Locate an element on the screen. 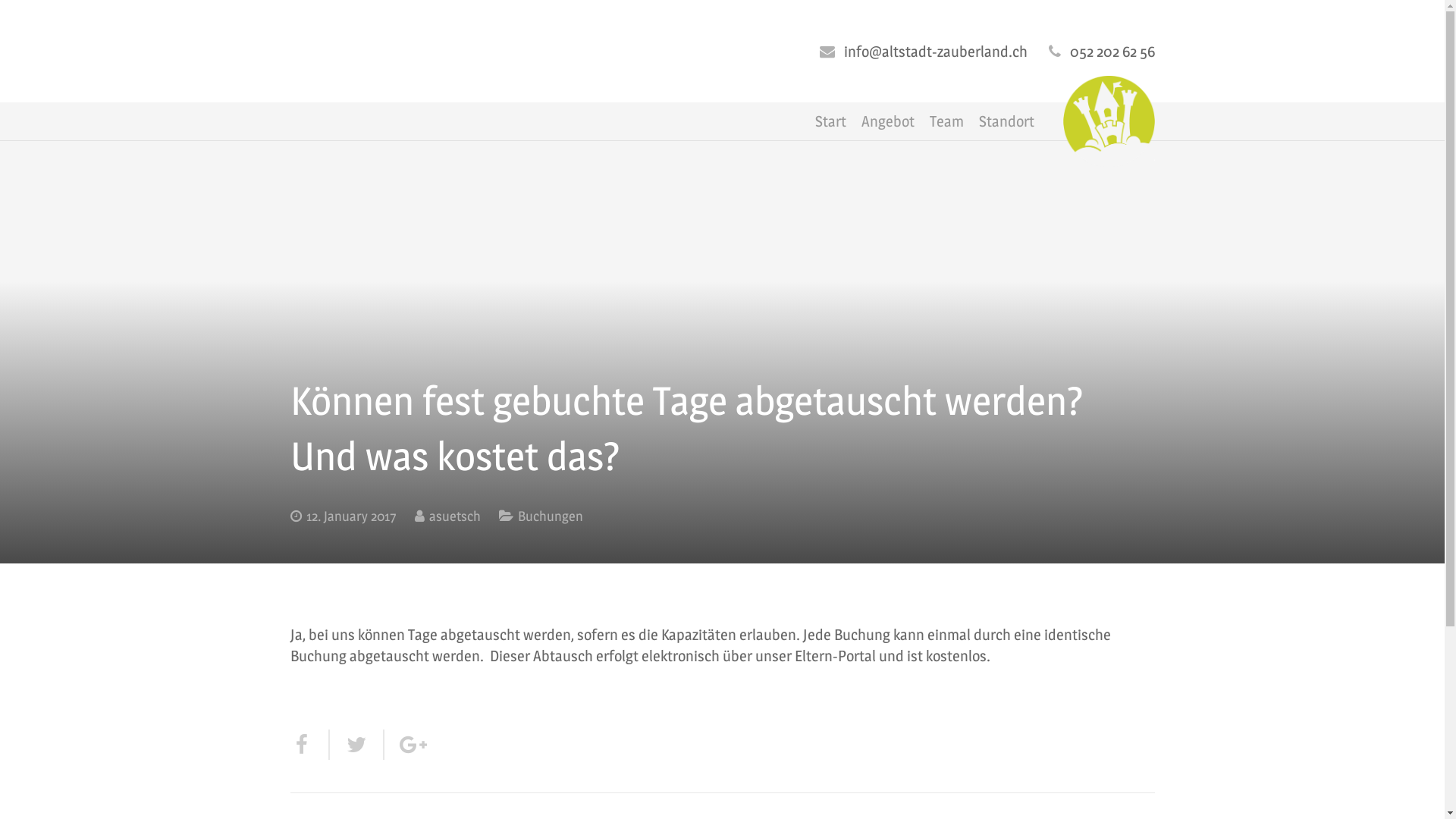  'Tweet this' is located at coordinates (328, 744).